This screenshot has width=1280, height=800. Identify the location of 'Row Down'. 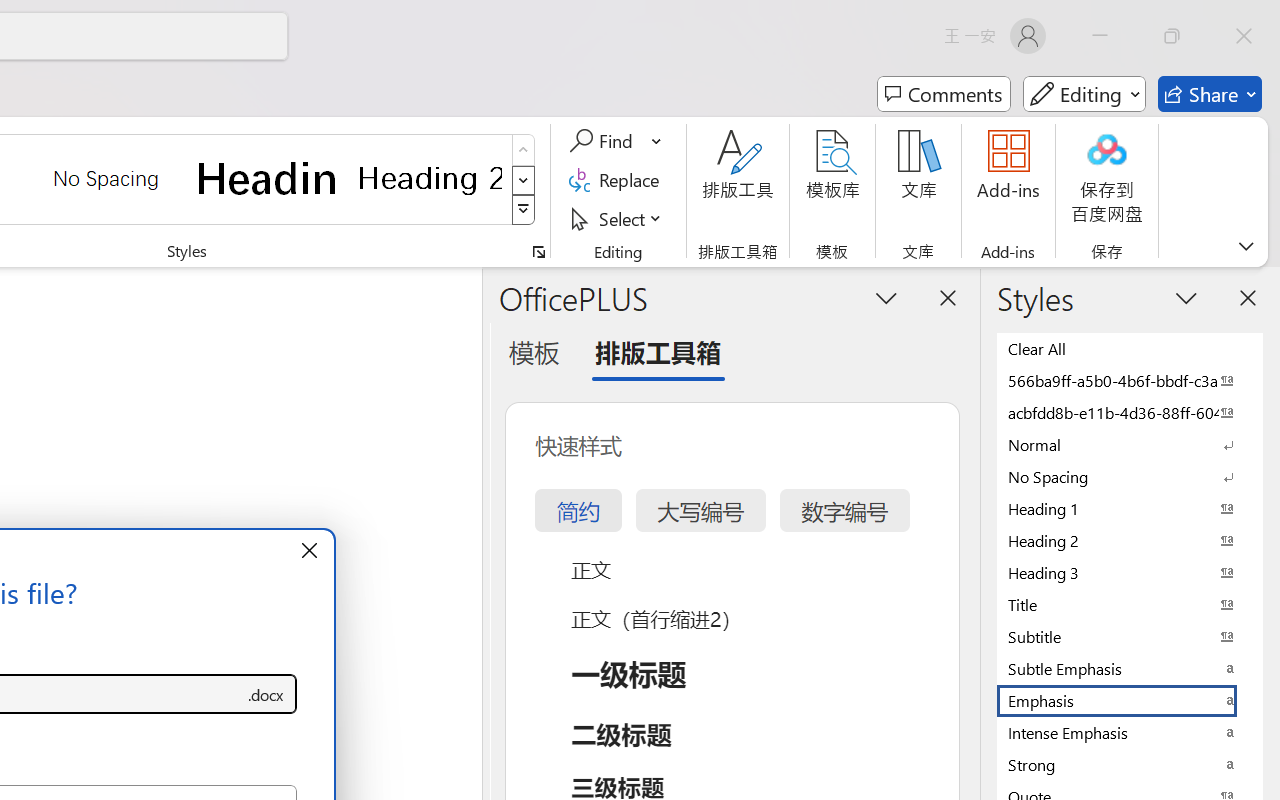
(523, 179).